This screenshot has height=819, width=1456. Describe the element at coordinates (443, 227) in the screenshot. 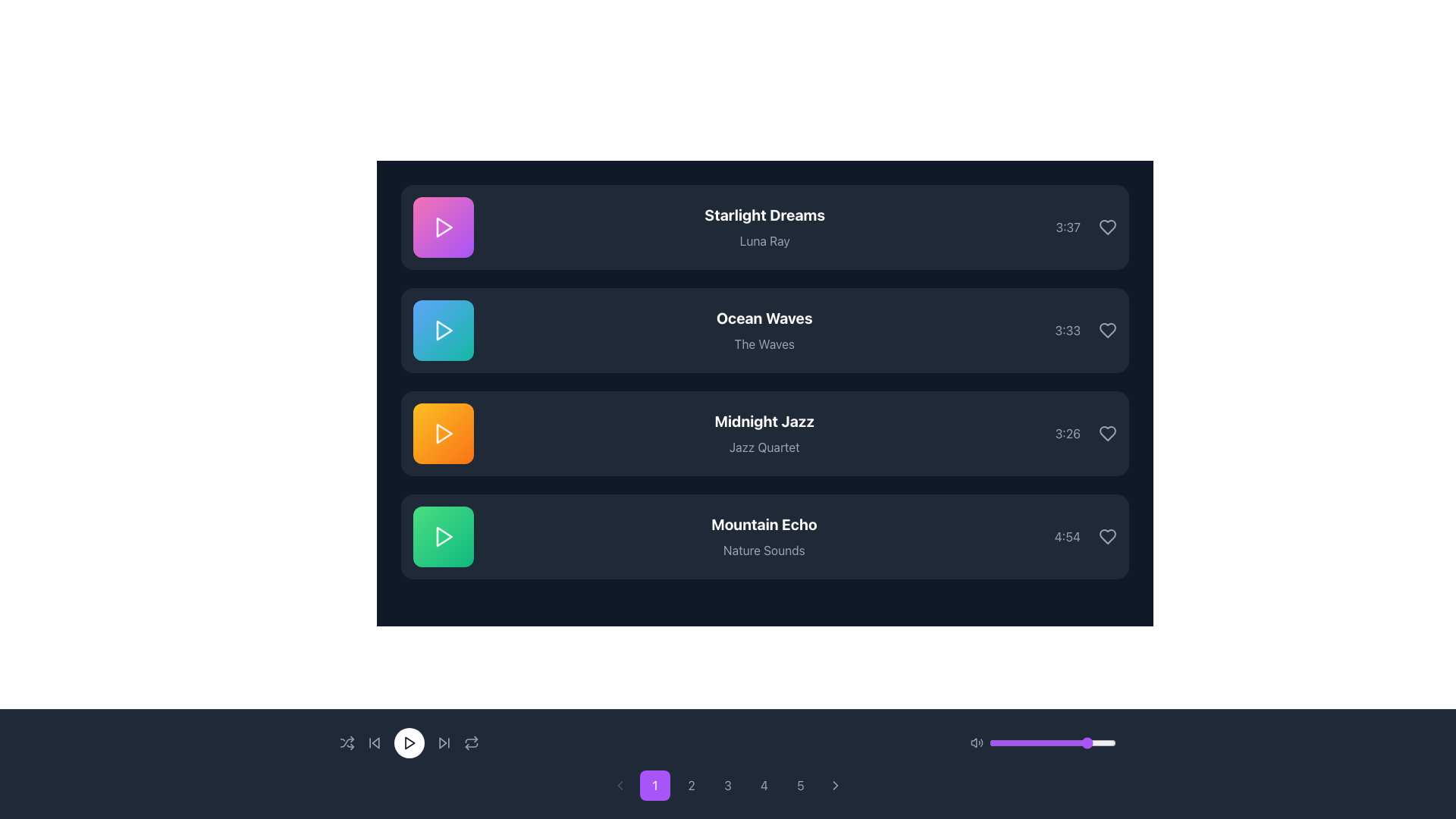

I see `the square button with rounded corners, featuring a gradient background from pink to purple and a white play icon at its center, to play the song 'Starlight Dreams' by Luna Ray` at that location.